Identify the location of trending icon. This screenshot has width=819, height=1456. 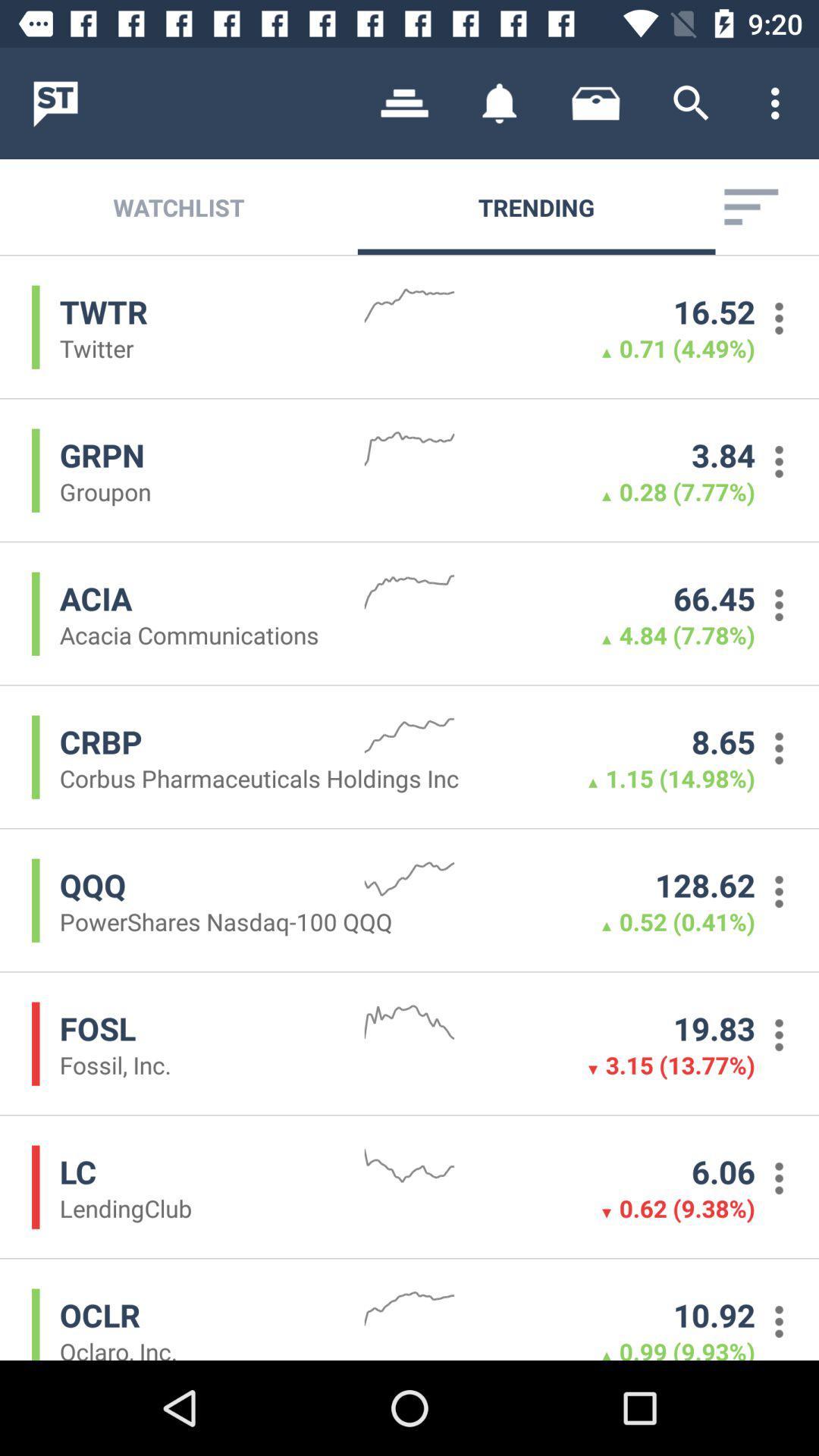
(535, 206).